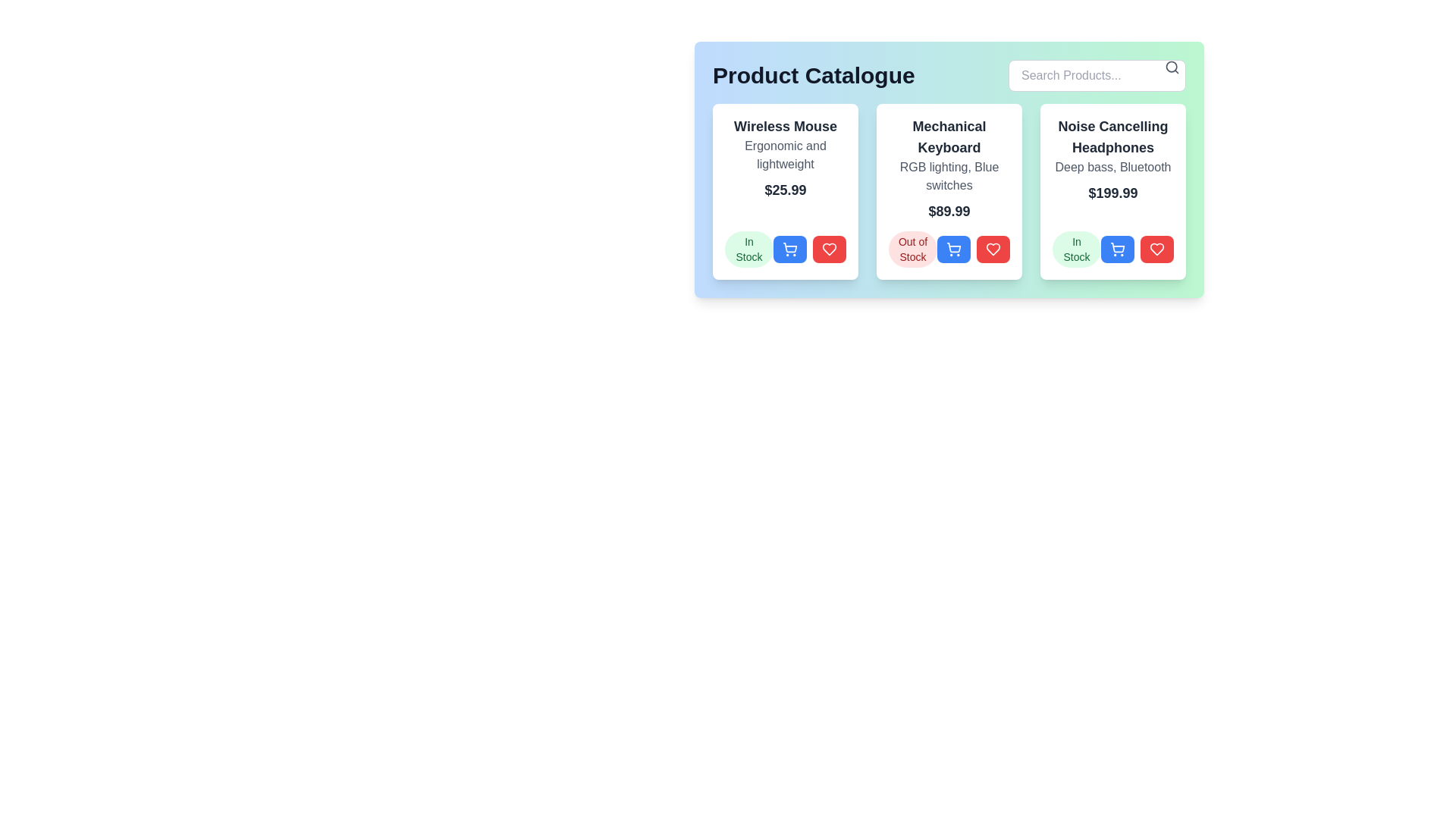 The width and height of the screenshot is (1456, 819). What do you see at coordinates (1113, 248) in the screenshot?
I see `the 'Add to Cart' button for the 'Noise Cancelling Headphones' product` at bounding box center [1113, 248].